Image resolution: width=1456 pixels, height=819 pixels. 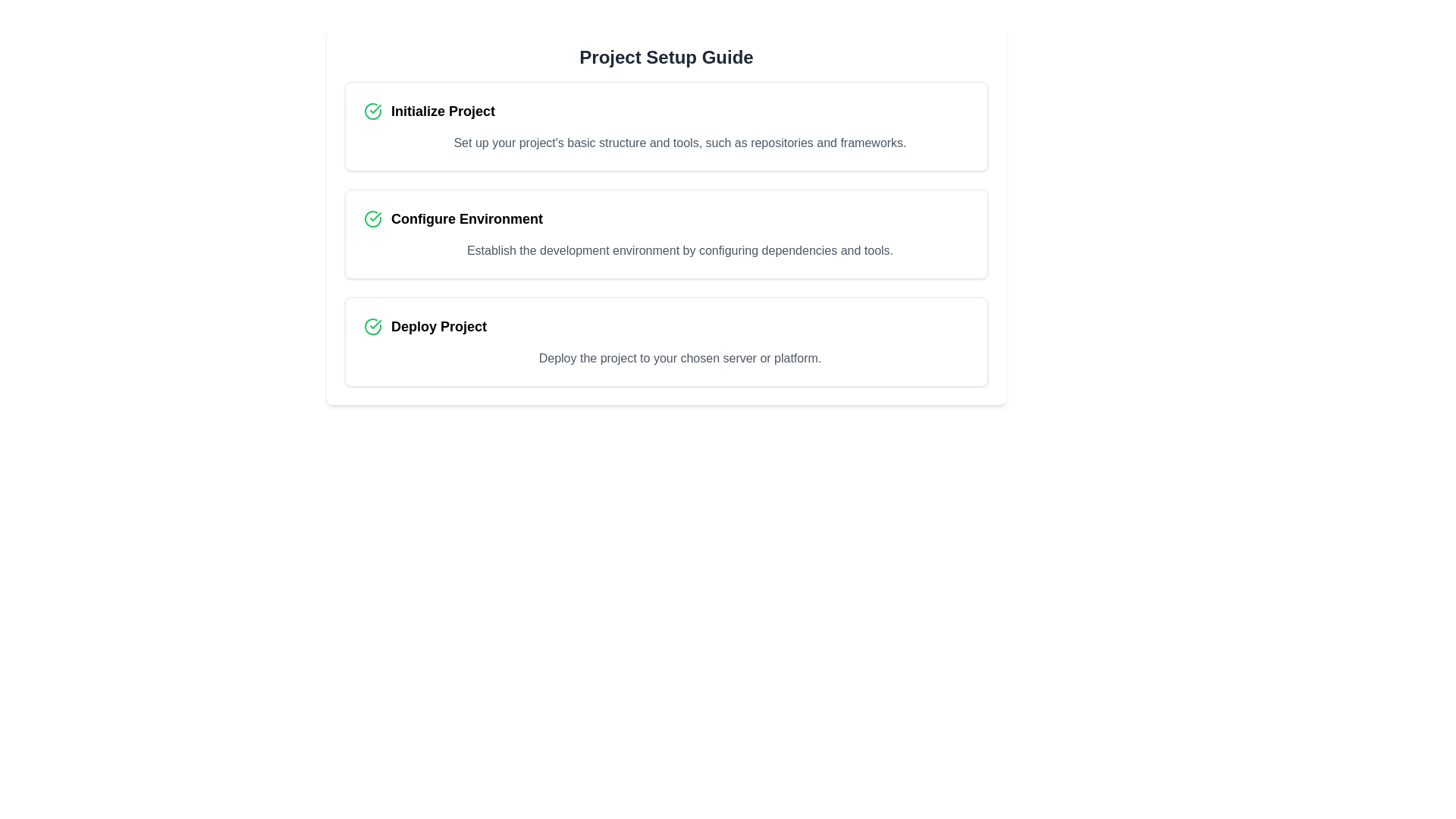 What do you see at coordinates (679, 250) in the screenshot?
I see `the non-interactive explanatory text element that provides supplementary information for the 'Configure Environment' step in the 'Project Setup Guide.'` at bounding box center [679, 250].